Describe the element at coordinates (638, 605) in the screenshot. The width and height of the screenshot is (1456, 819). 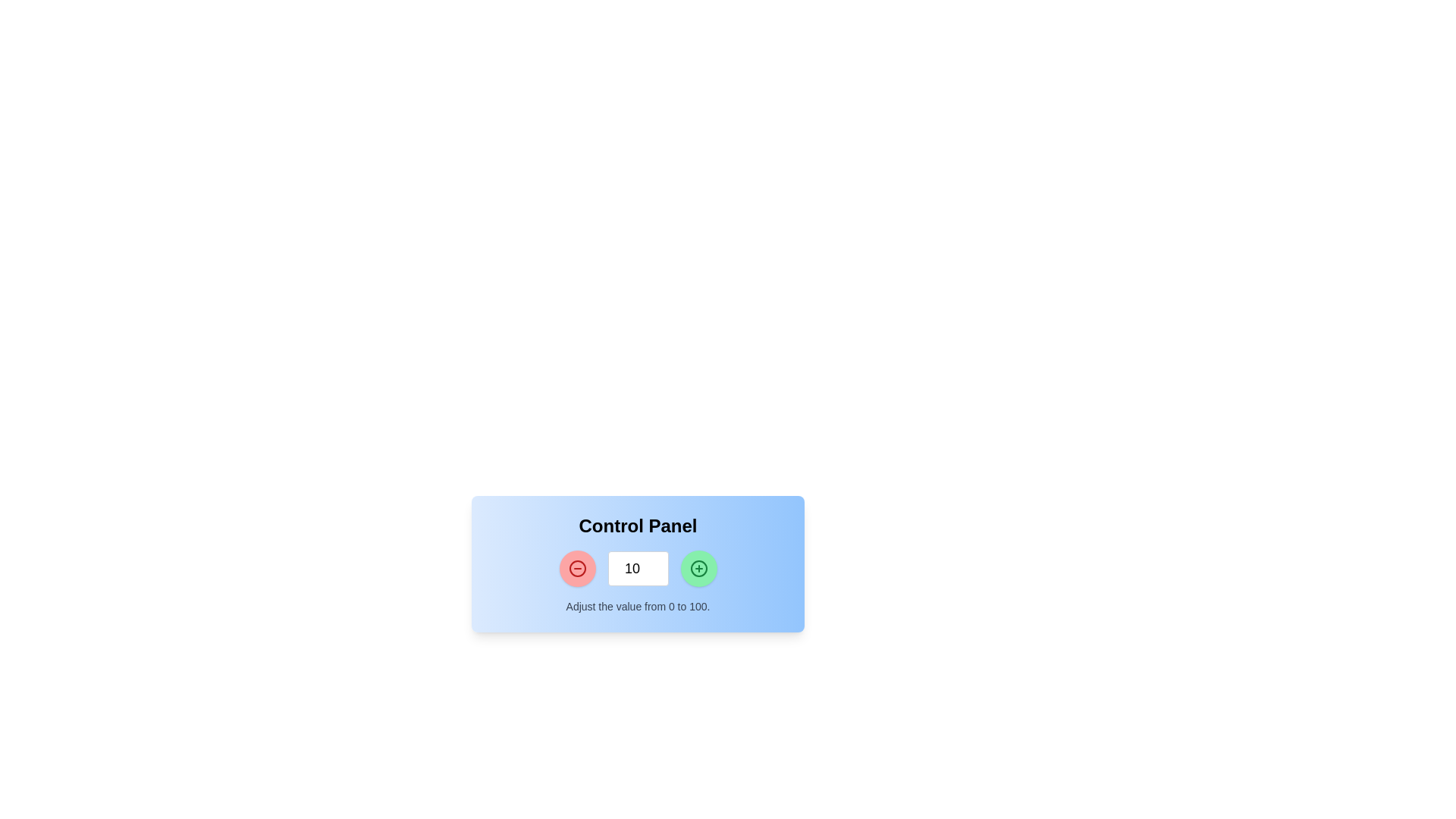
I see `instructions from the text label located at the bottom of the Control Panel, which provides guidance for the numeric input field above it` at that location.